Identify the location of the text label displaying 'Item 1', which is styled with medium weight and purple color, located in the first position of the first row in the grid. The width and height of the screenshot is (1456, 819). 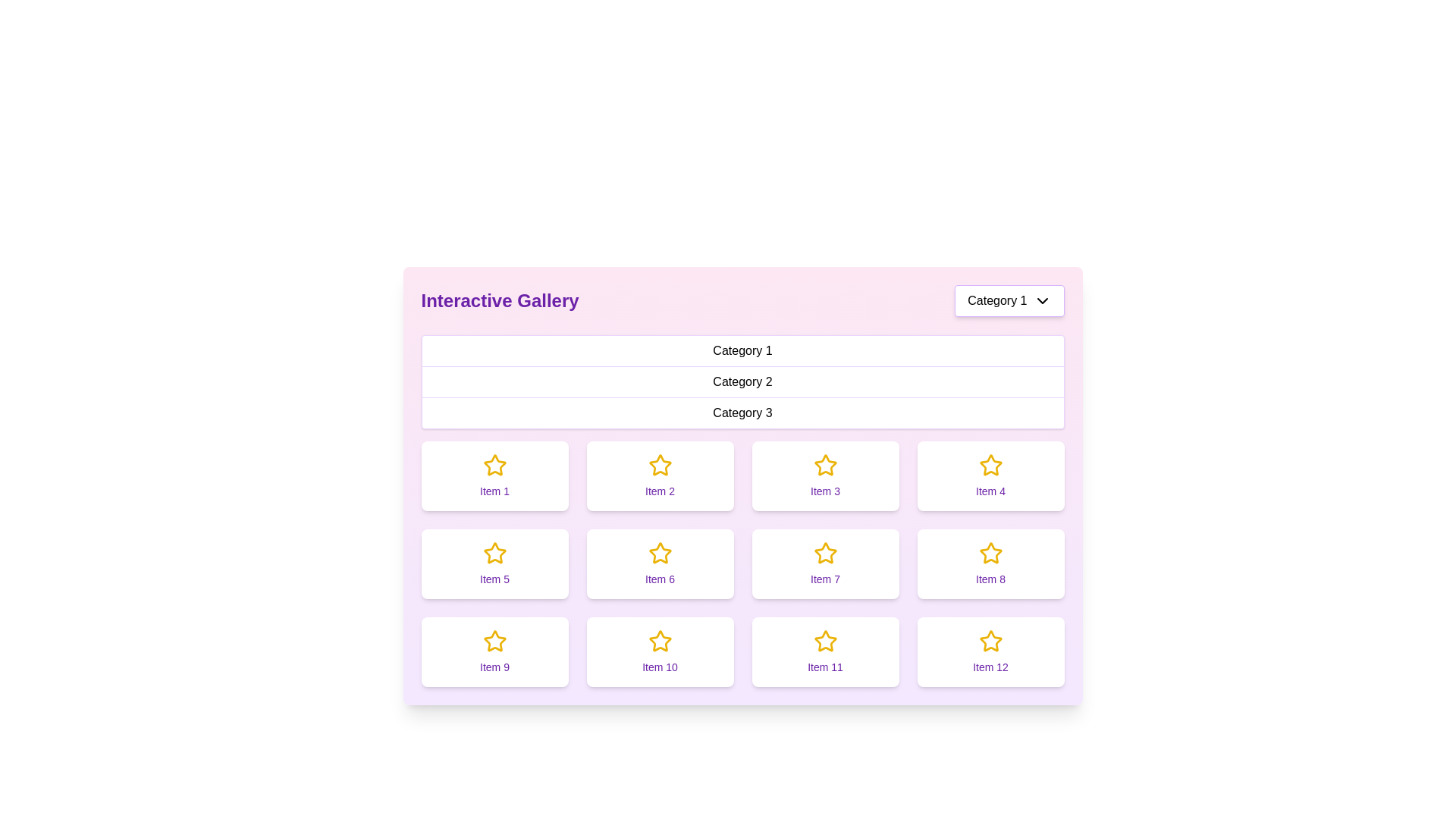
(494, 491).